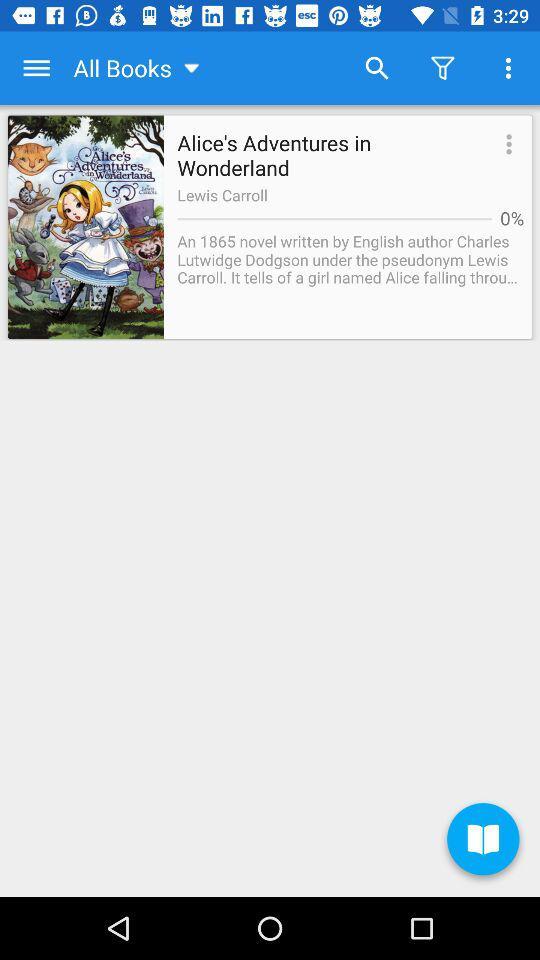 This screenshot has height=960, width=540. I want to click on all books app, so click(137, 68).